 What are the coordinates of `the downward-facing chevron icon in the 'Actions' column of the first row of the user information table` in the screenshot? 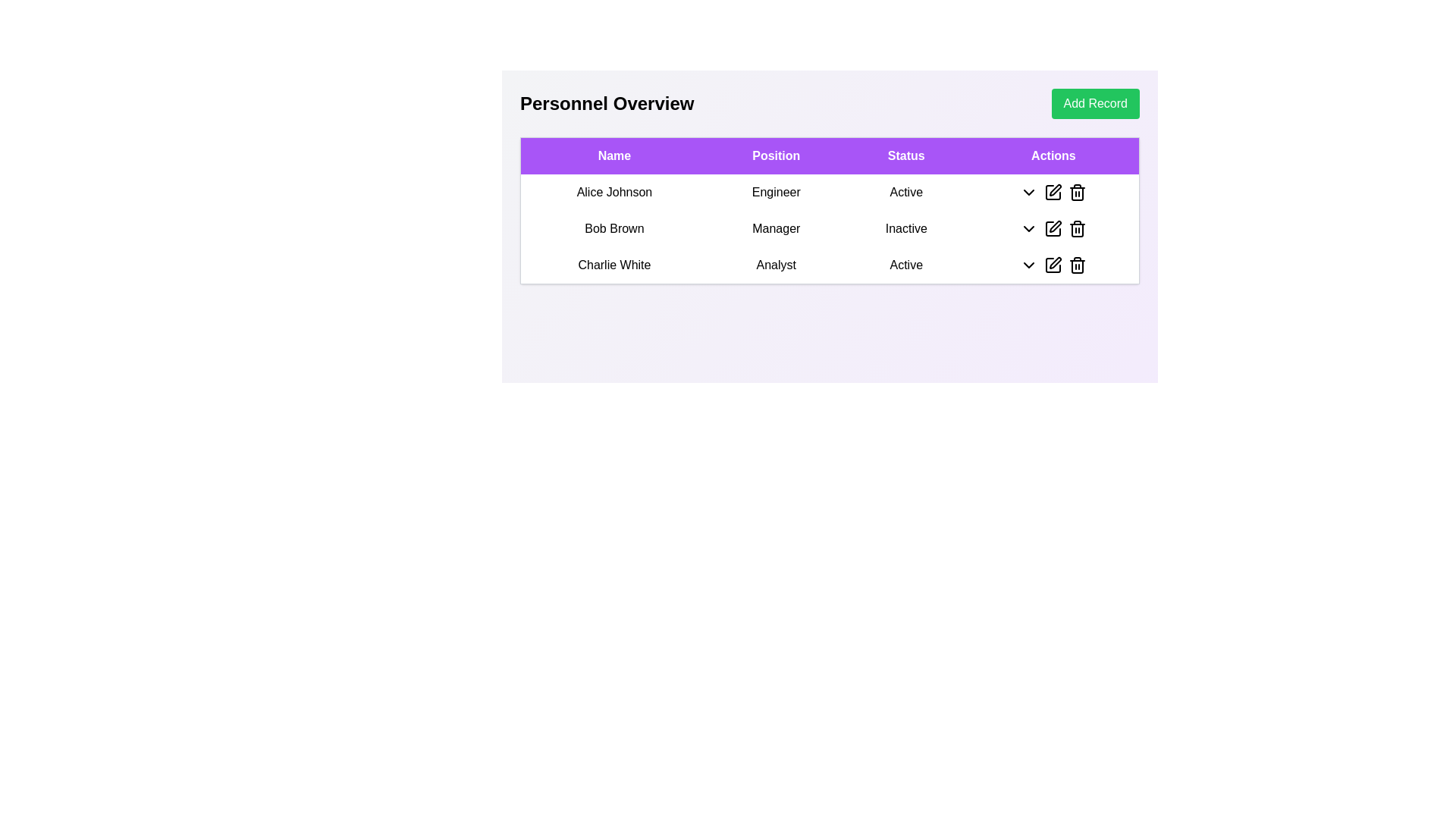 It's located at (1029, 192).